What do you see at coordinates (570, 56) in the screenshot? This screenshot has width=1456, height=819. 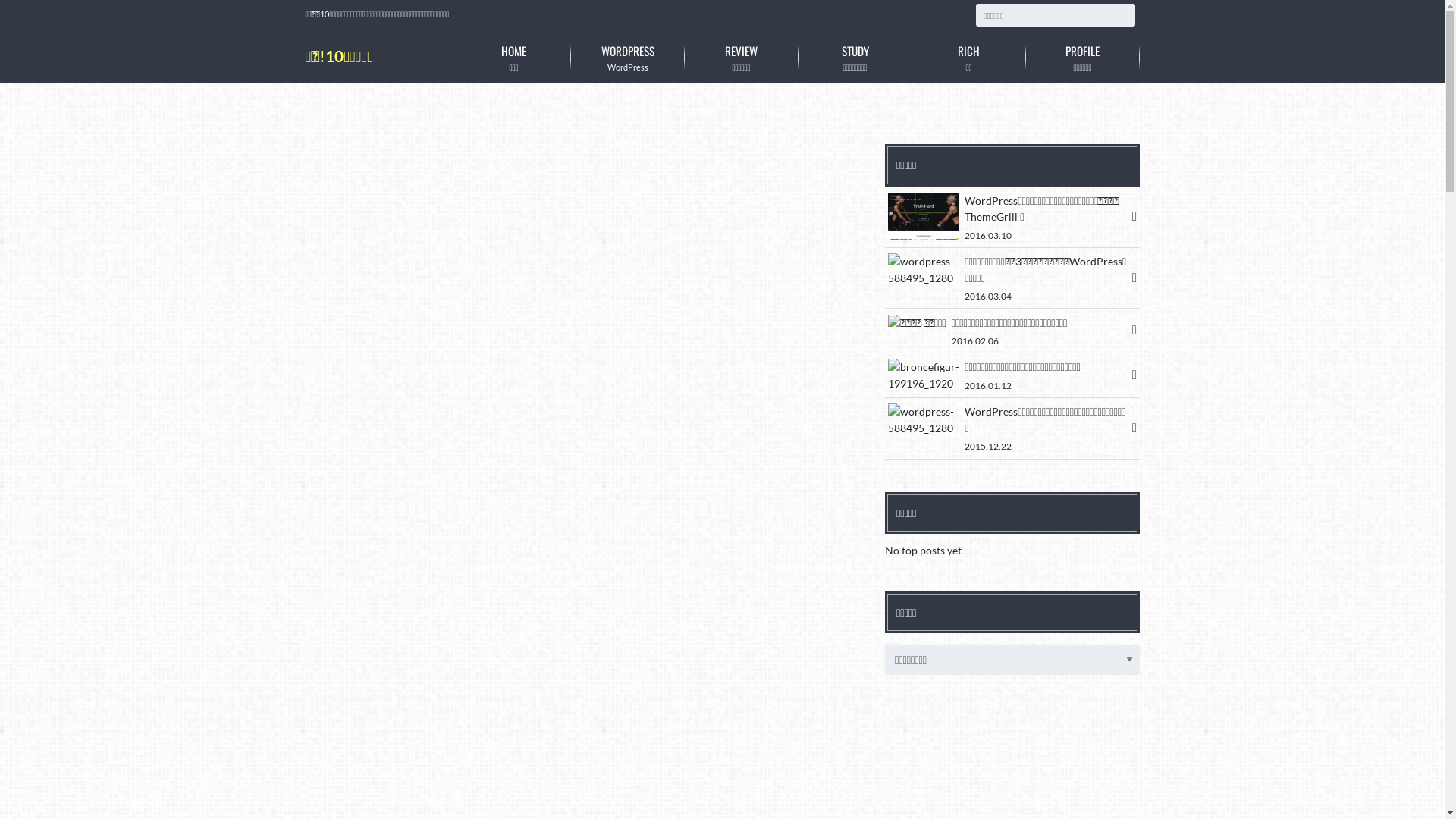 I see `'WordPress` at bounding box center [570, 56].